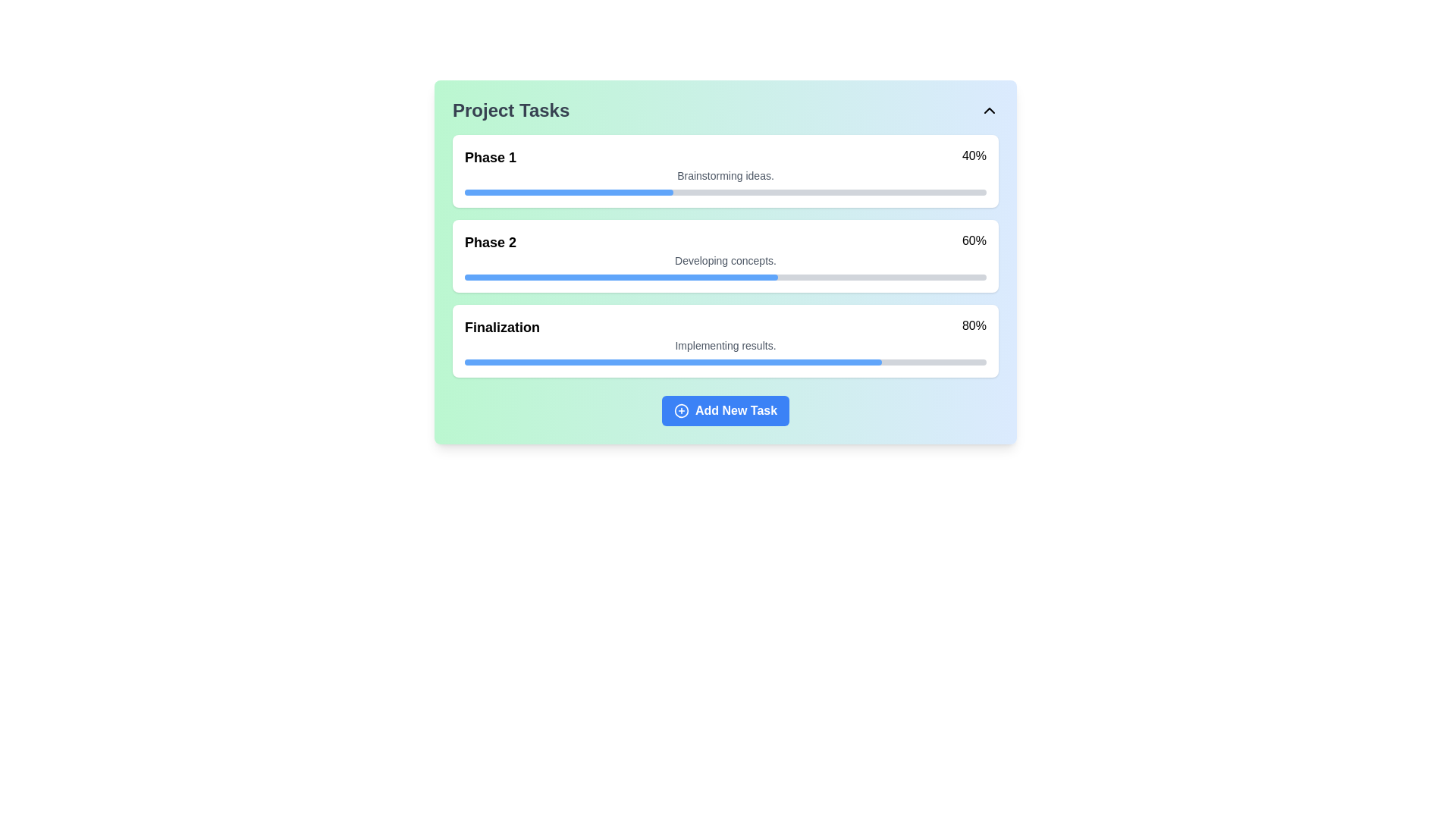  What do you see at coordinates (568, 192) in the screenshot?
I see `the blue progress bar fill section within the 'Phase 1' labeled section of the horizontal progress bar` at bounding box center [568, 192].